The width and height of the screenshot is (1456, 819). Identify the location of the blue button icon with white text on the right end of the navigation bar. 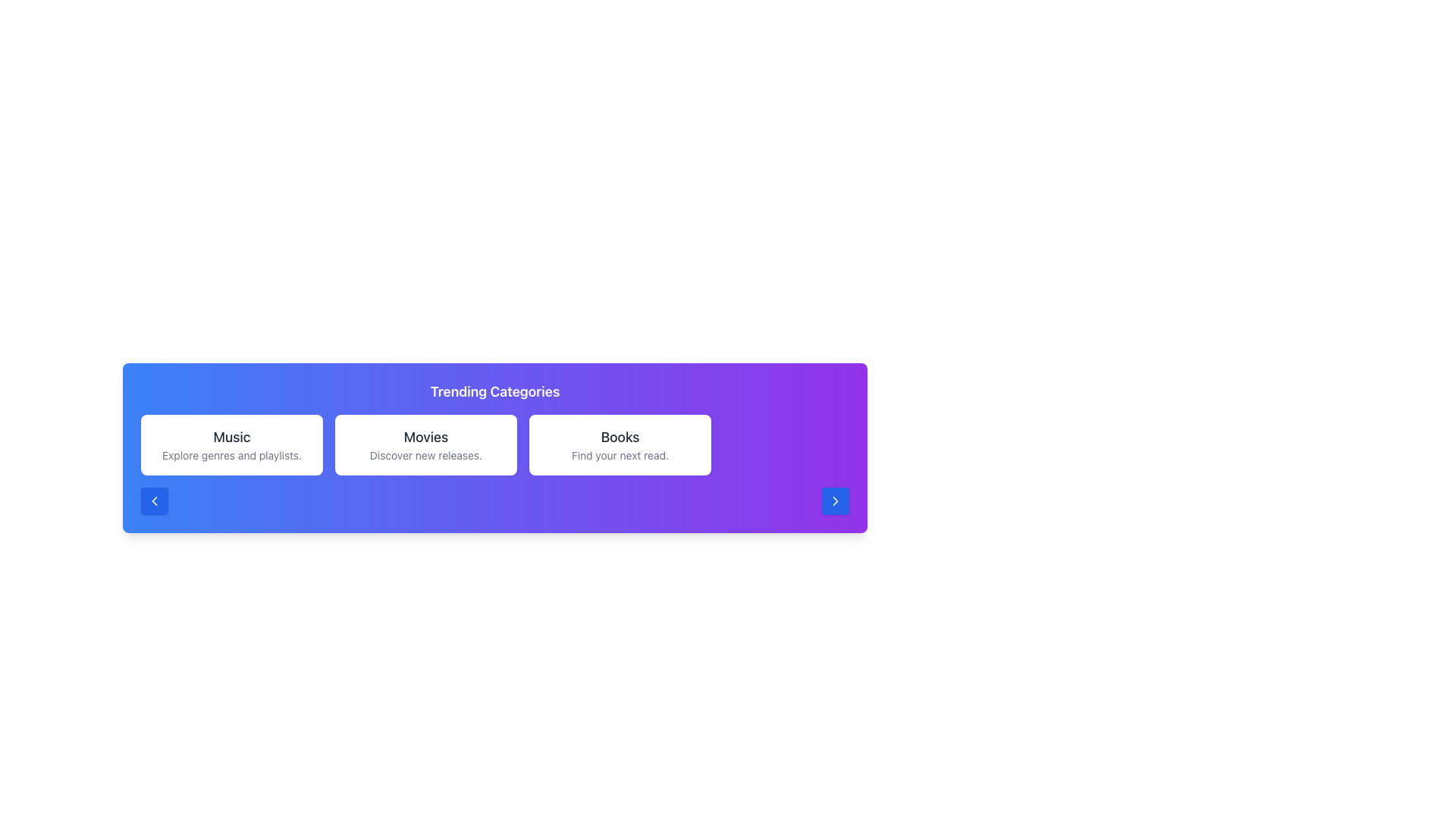
(835, 500).